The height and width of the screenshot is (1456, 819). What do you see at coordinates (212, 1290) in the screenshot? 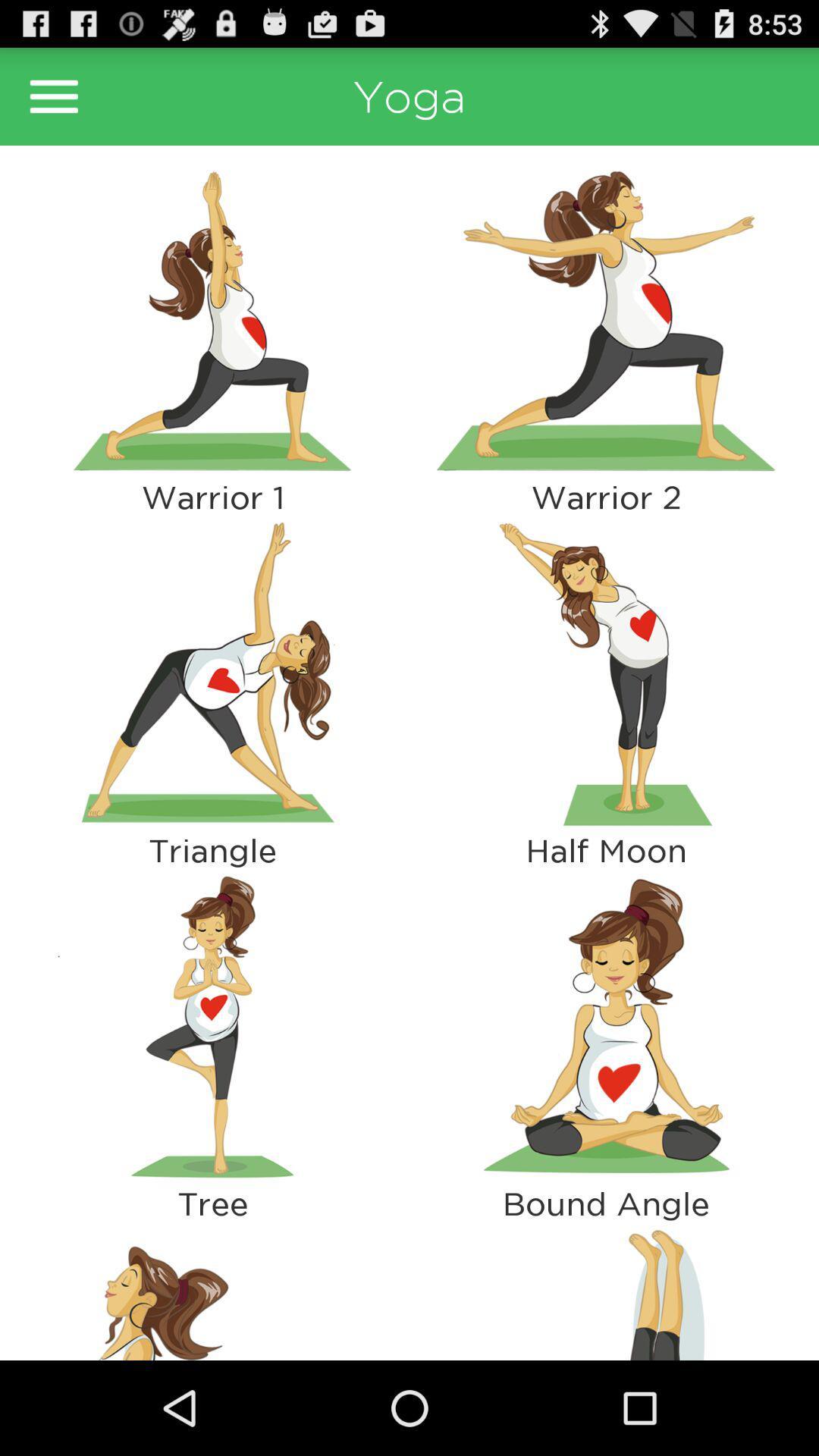
I see `the app below tree app` at bounding box center [212, 1290].